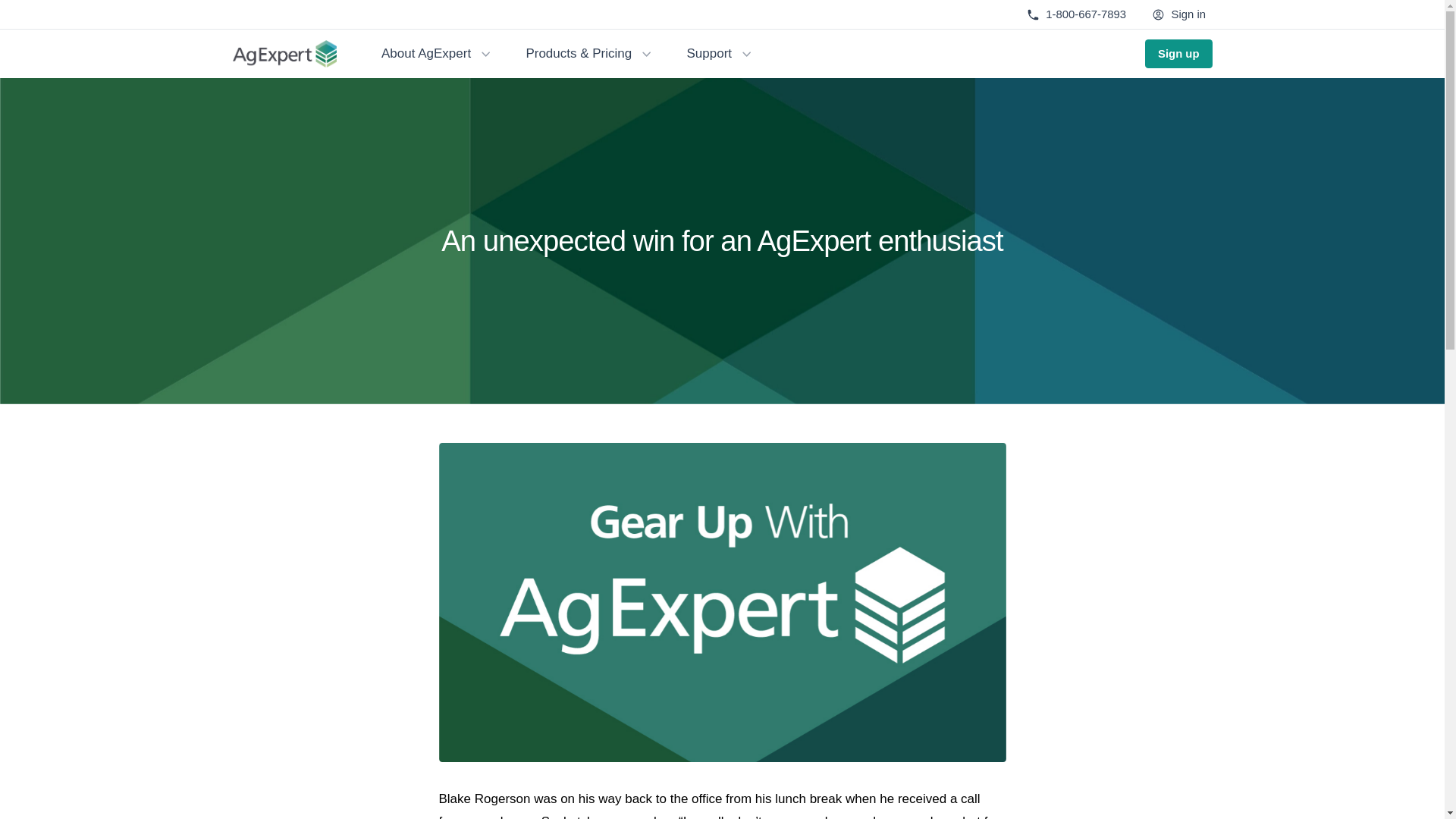 Image resolution: width=1456 pixels, height=819 pixels. I want to click on 'Products & Pricing', so click(589, 52).